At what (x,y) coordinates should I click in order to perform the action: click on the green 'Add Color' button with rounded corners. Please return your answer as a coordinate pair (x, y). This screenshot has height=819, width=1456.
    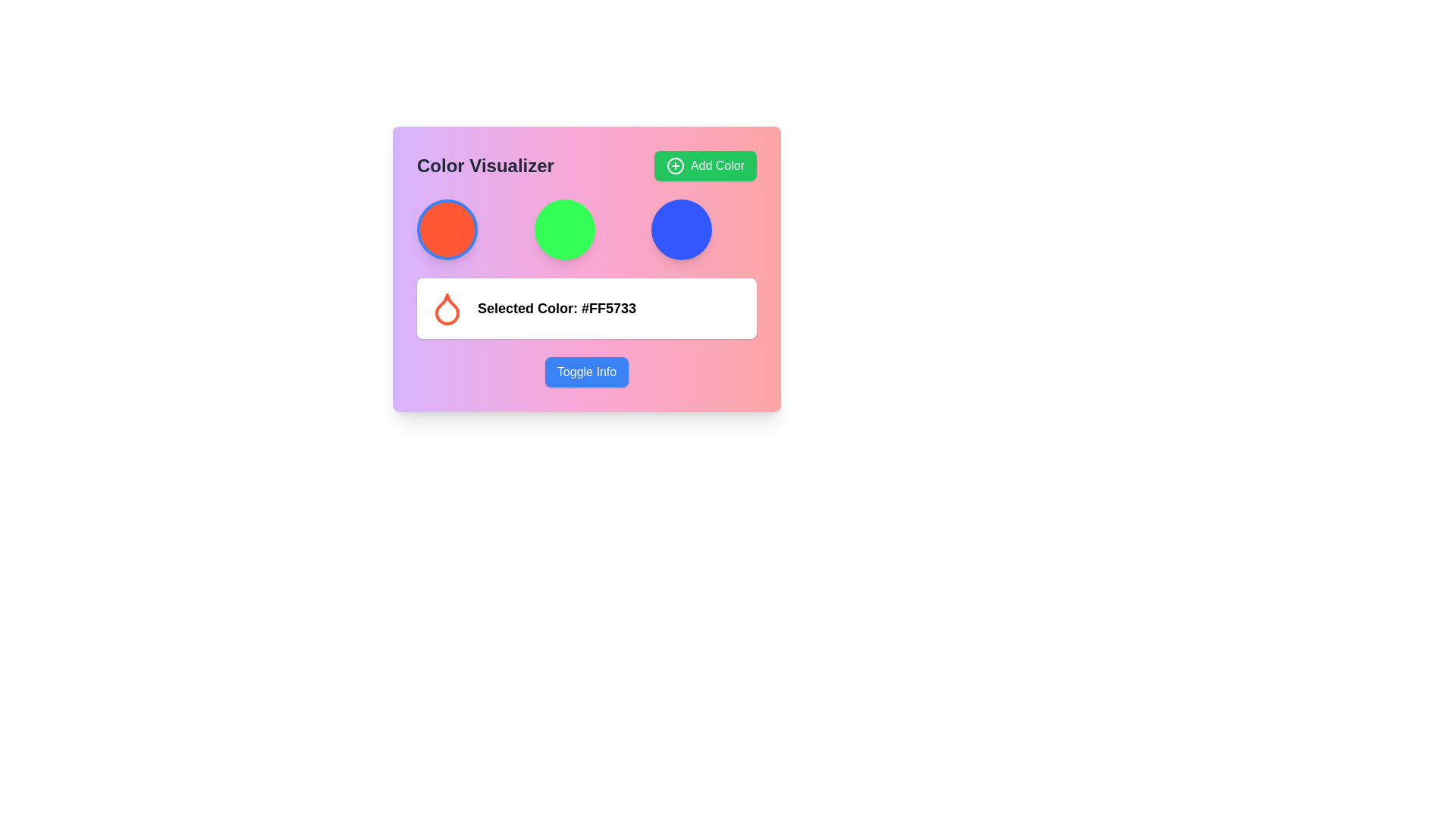
    Looking at the image, I should click on (704, 166).